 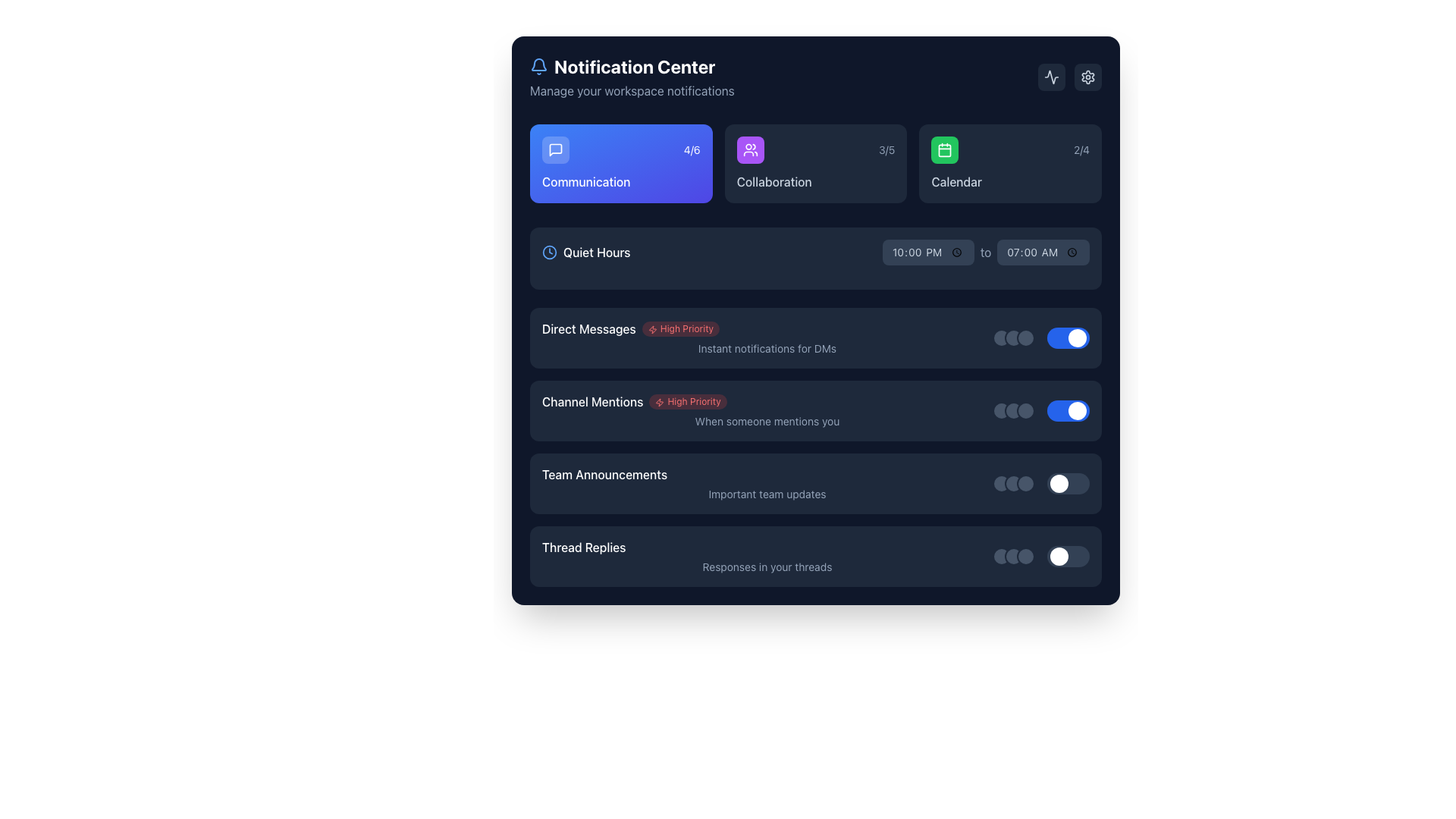 What do you see at coordinates (814, 164) in the screenshot?
I see `the 'Collaboration' button-style card, which is the second card in a three-card grid layout positioned between 'Communication' and 'Calendar'` at bounding box center [814, 164].